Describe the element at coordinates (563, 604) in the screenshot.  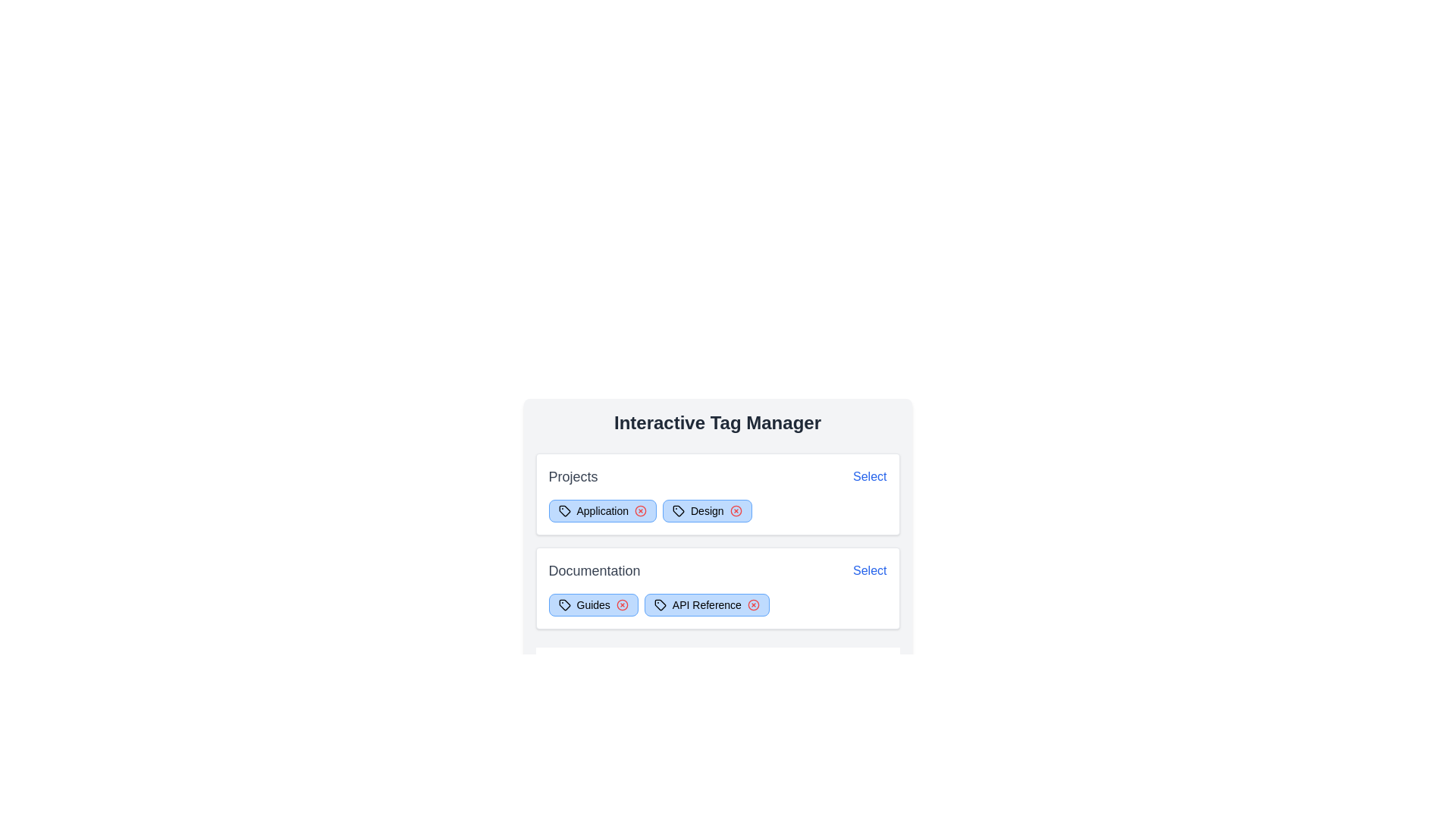
I see `the icon resembling a tag glyph located to the left of the text 'Guides' in the blue tag within the 'Documentation' section` at that location.